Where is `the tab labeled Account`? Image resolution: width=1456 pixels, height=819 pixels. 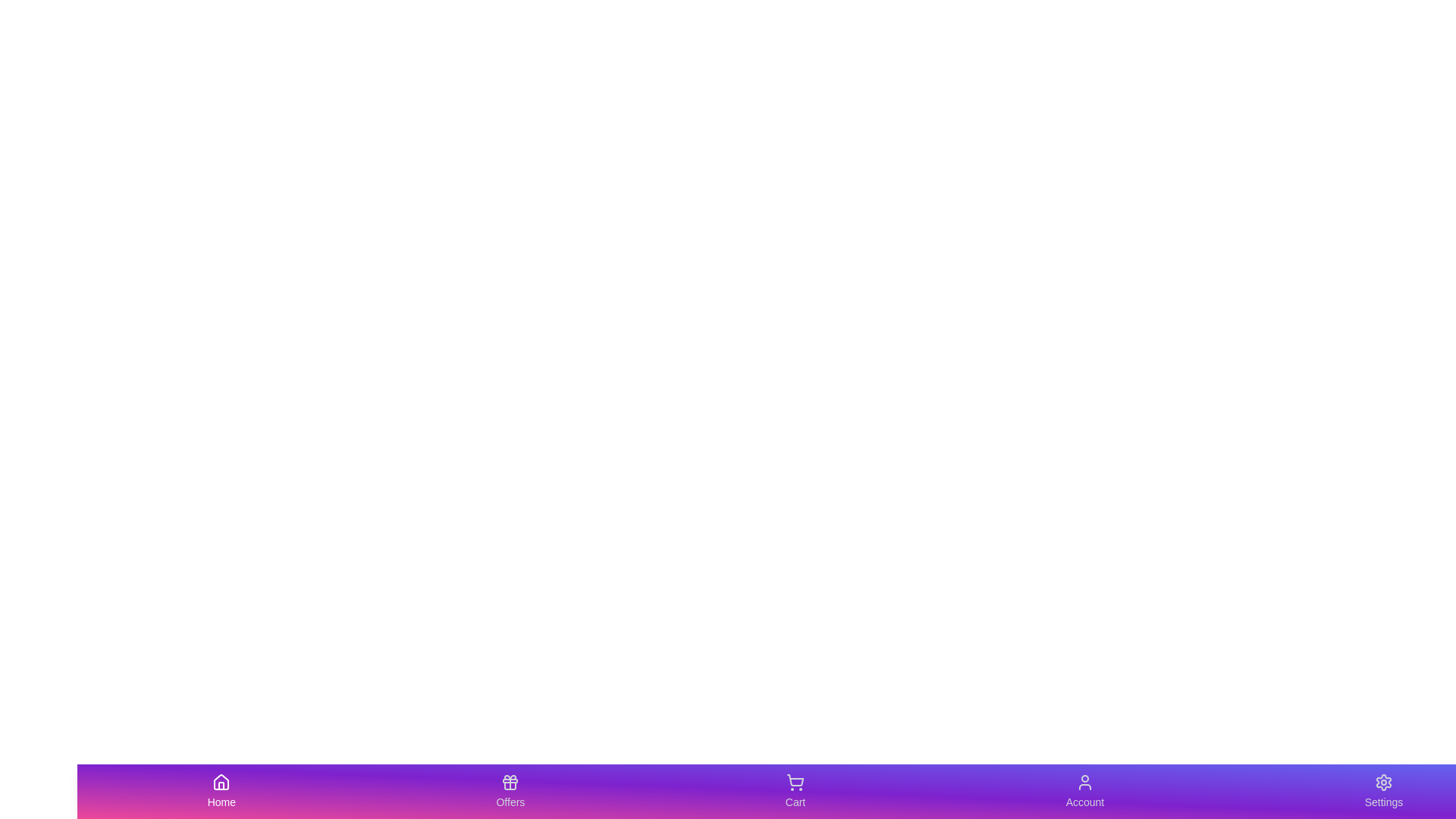 the tab labeled Account is located at coordinates (1084, 791).